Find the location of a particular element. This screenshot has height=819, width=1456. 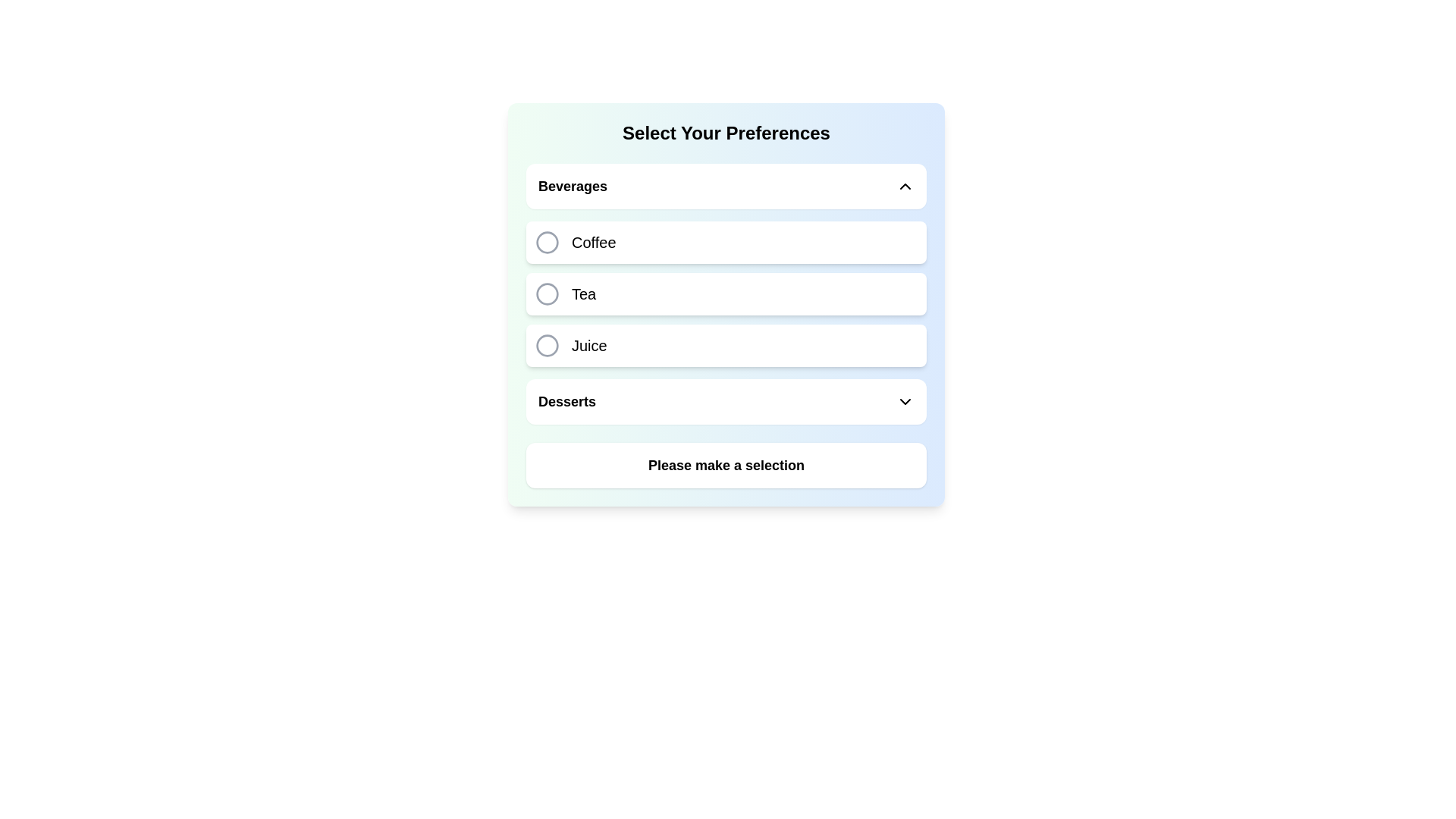

the 'Beverages' section is located at coordinates (726, 265).